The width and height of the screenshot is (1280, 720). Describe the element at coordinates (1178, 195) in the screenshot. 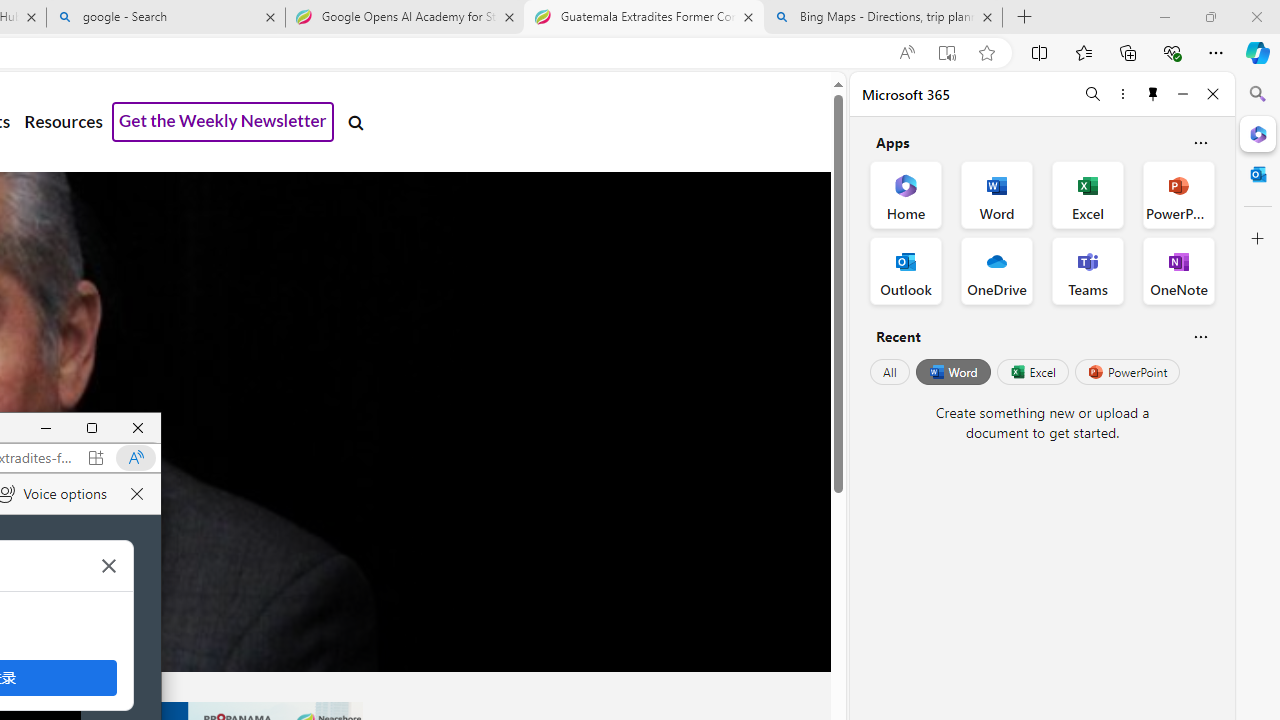

I see `'PowerPoint Office App'` at that location.